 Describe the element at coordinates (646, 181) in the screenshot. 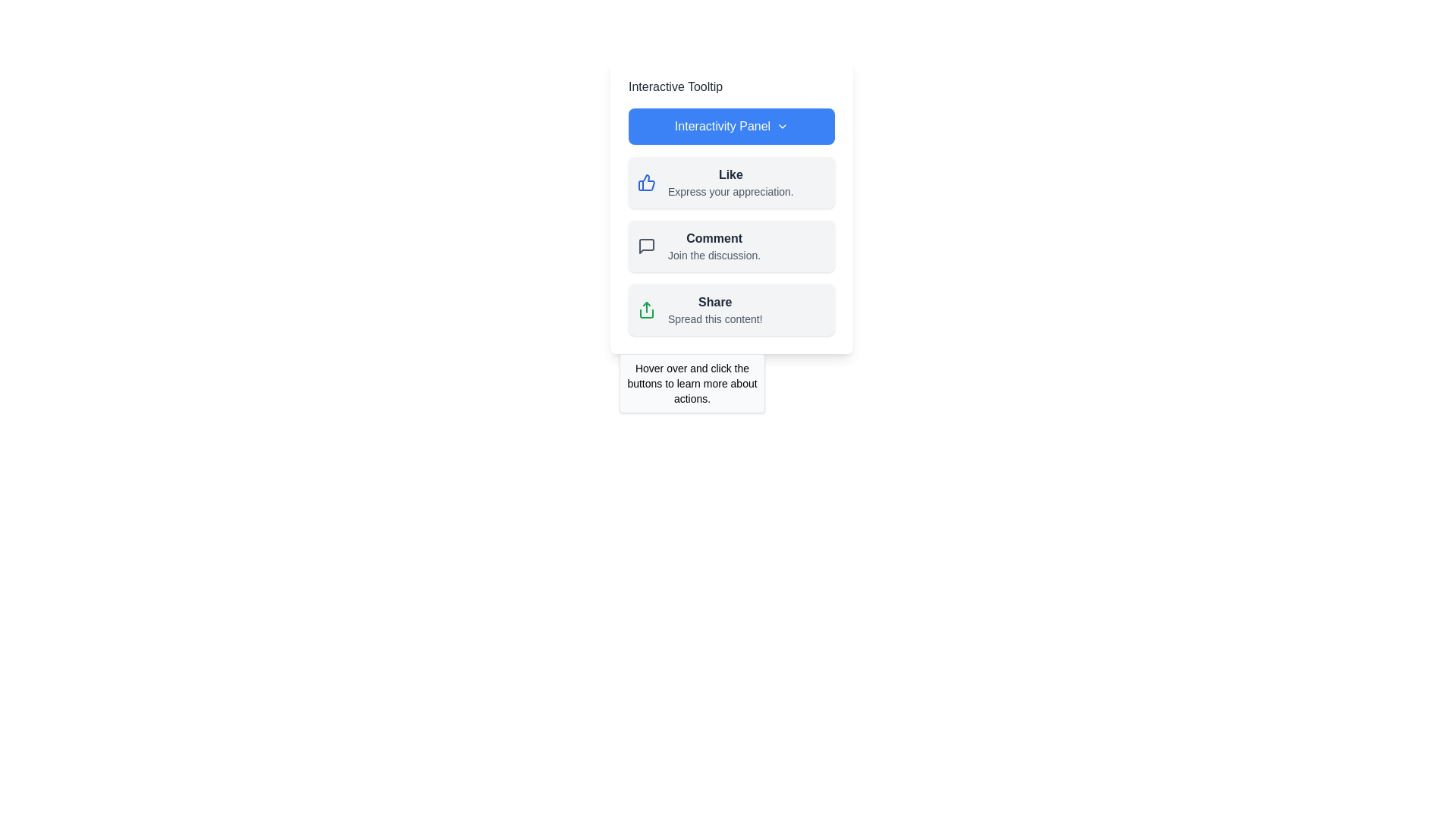

I see `the 'Like' icon located in the topmost button section of the interactive tooltip interface, directly below the 'Interactivity Panel' dropdown to interact with it` at that location.